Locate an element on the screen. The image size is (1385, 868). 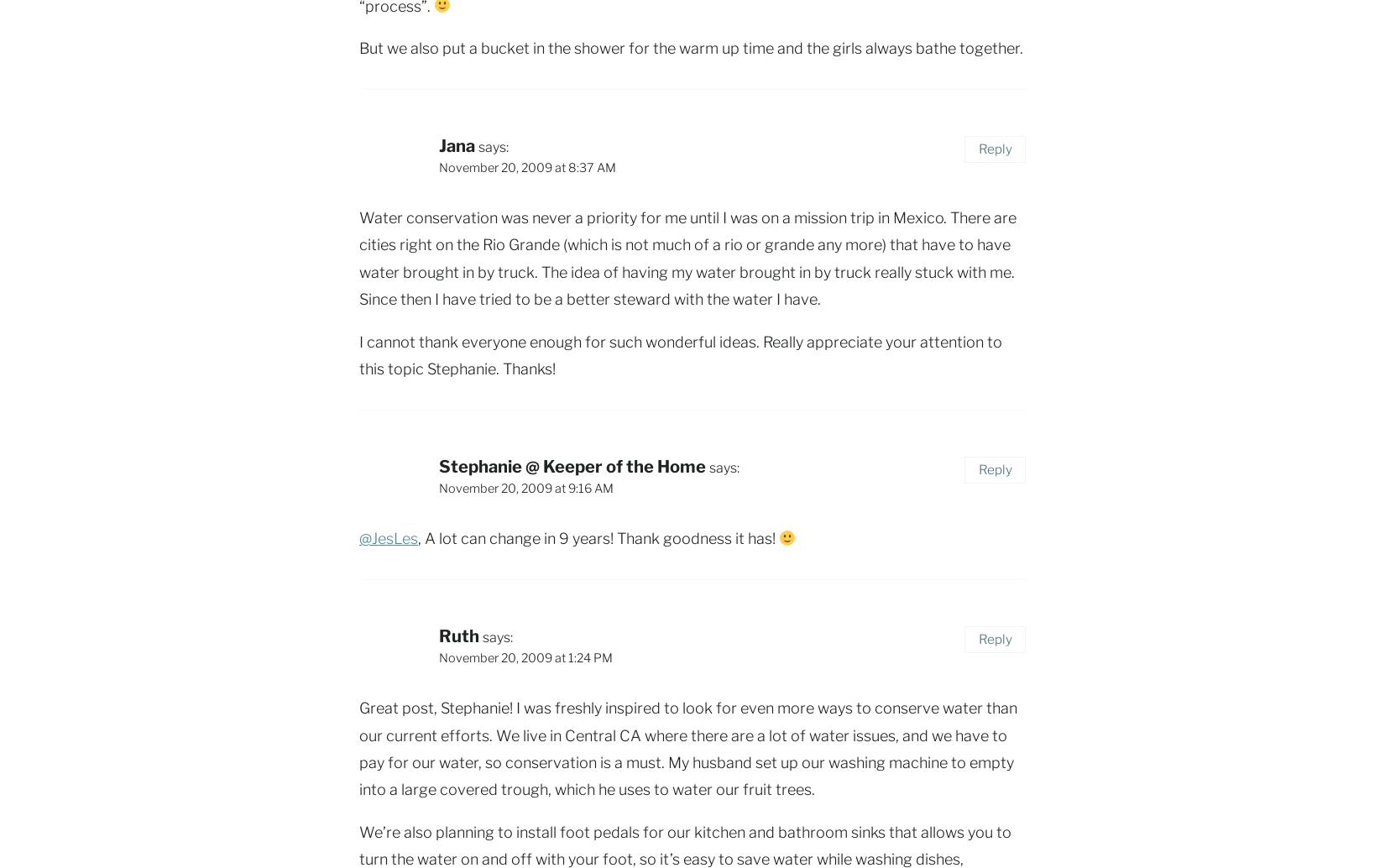
'I cannot thank everyone enough for such wonderful ideas.  Really appreciate your attention to this topic Stephanie.  Thanks!' is located at coordinates (358, 353).